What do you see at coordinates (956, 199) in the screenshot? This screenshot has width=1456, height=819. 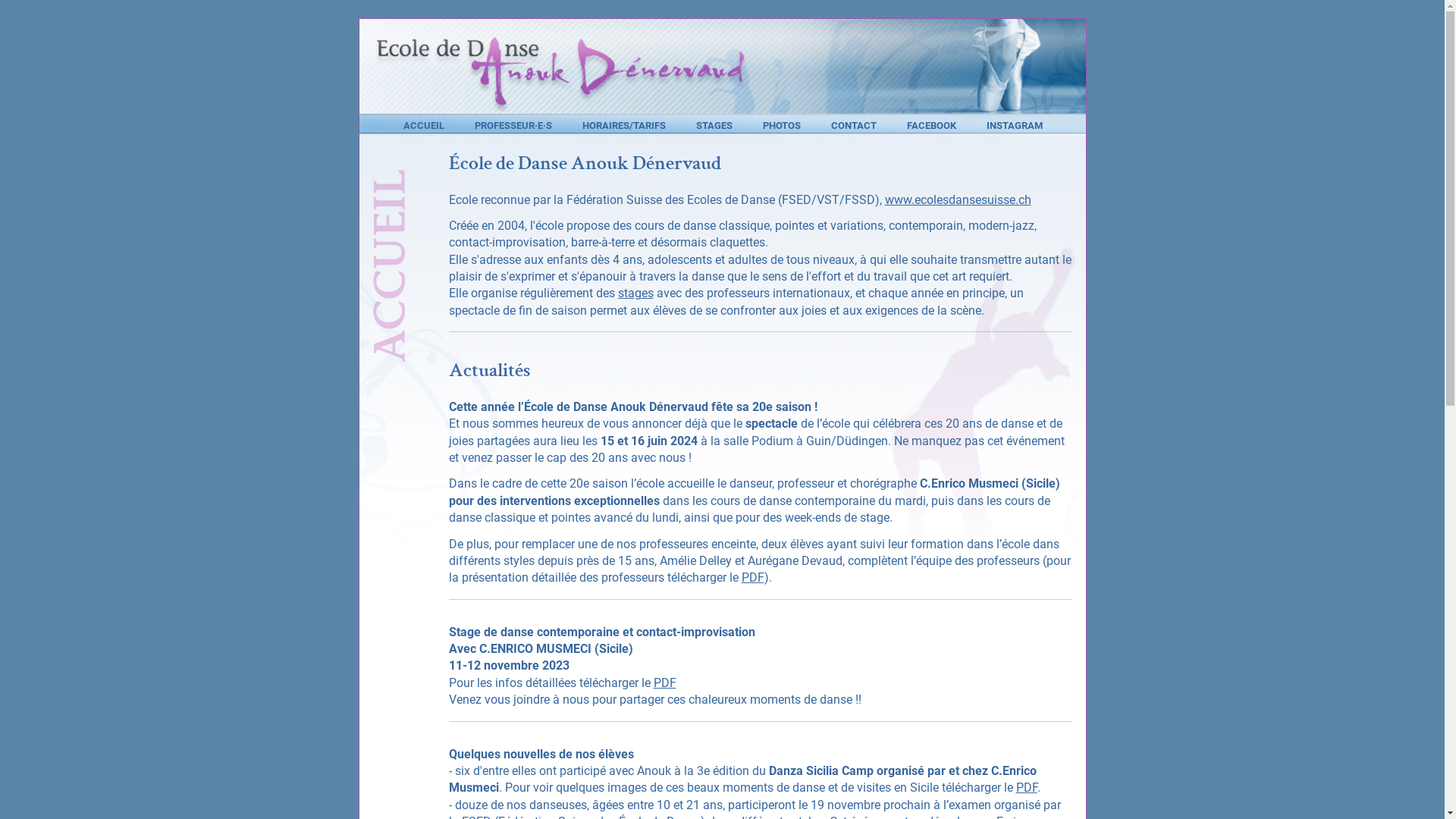 I see `'www.ecolesdansesuisse.ch'` at bounding box center [956, 199].